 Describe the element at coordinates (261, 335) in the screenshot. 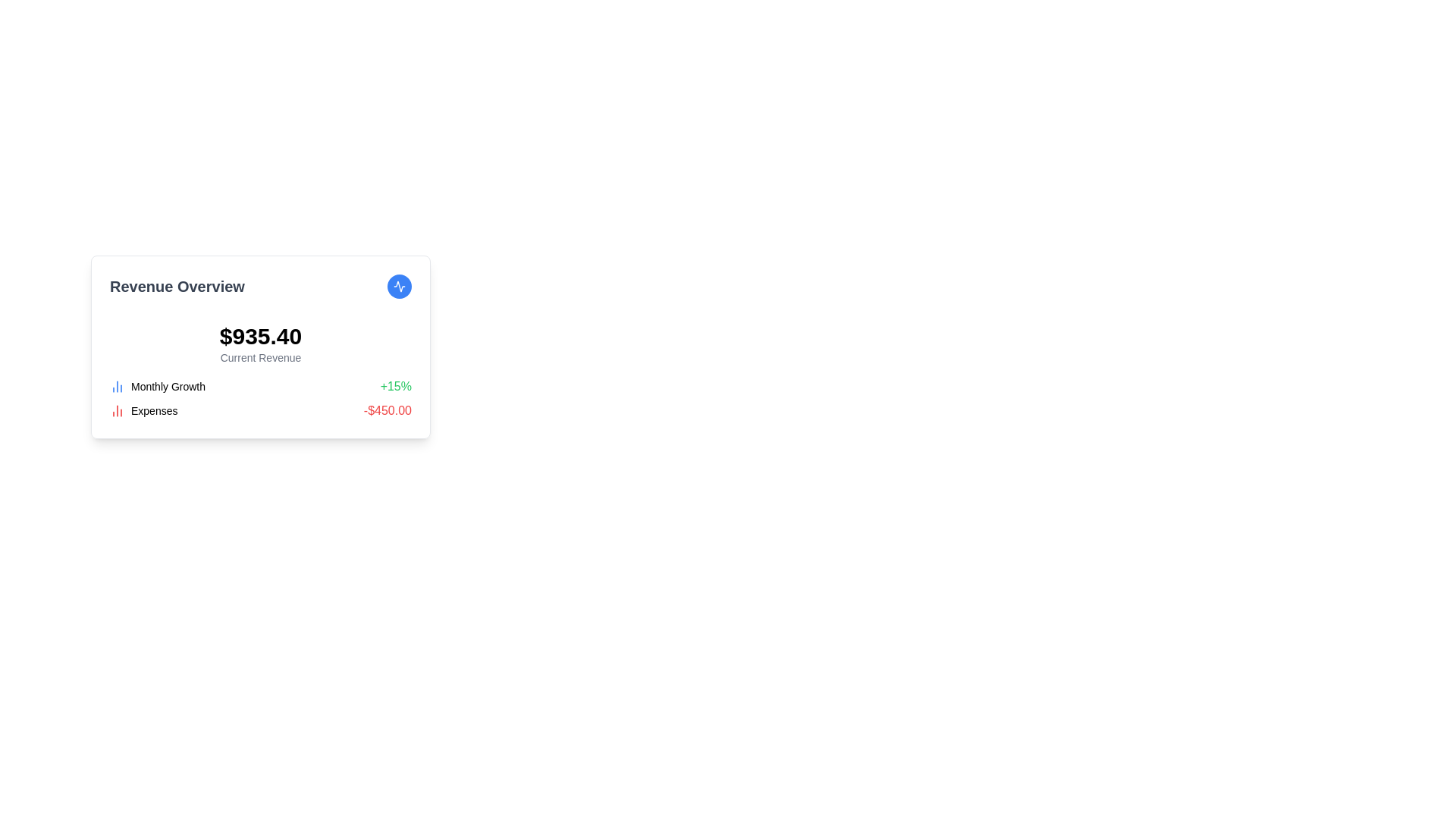

I see `displayed monetary value '$935.40' from the prominent Text element in the 'Revenue Overview' section, which is visually aligned centrally above the label 'Current Revenue'` at that location.